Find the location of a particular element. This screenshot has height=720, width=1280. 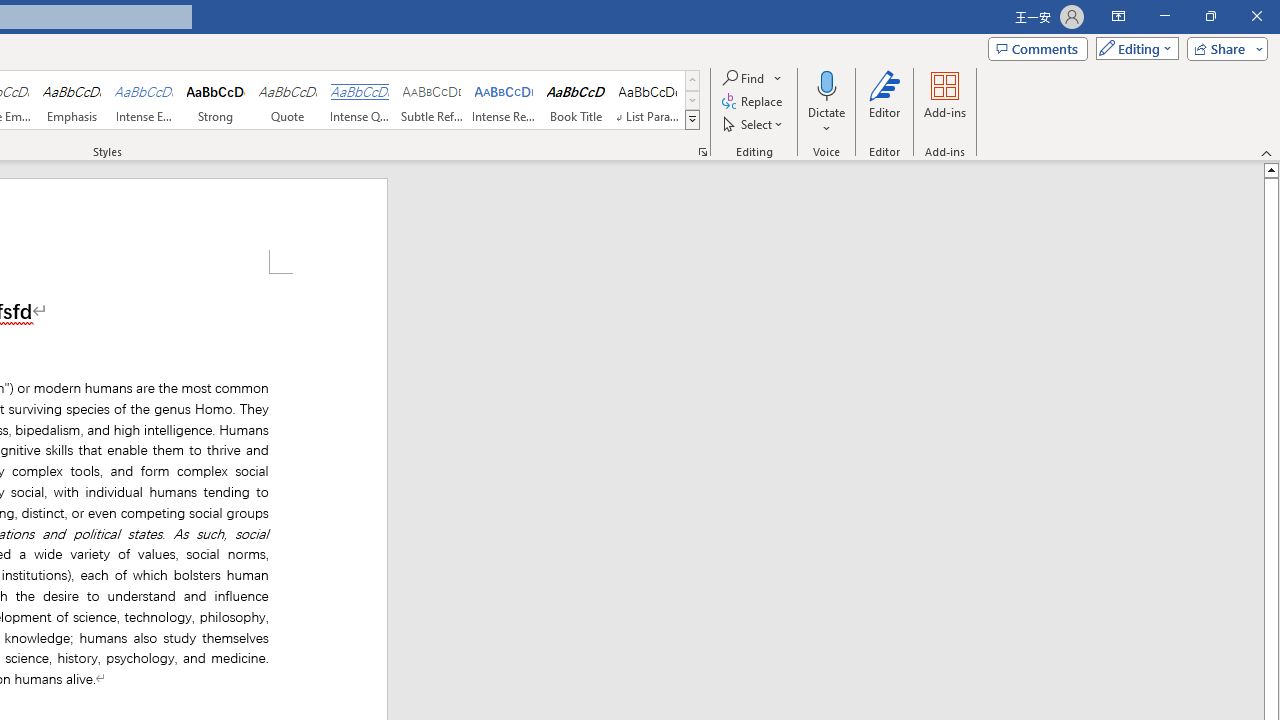

'Row up' is located at coordinates (692, 79).